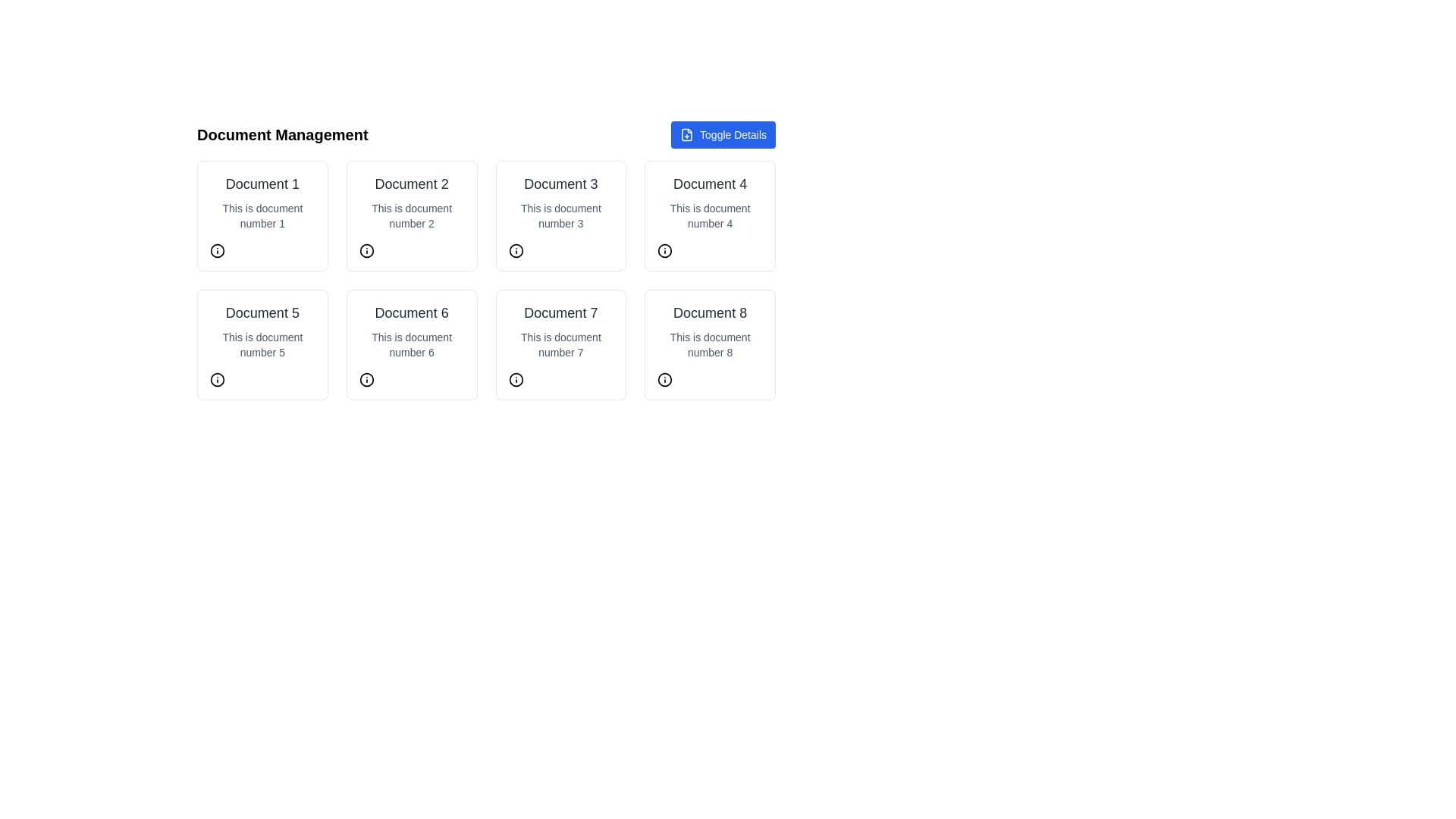 The height and width of the screenshot is (819, 1456). What do you see at coordinates (412, 345) in the screenshot?
I see `the text element reading 'This is document number 6', which is styled in gray and positioned below the title 'Document 6' in the 6th panel of the grid layout` at bounding box center [412, 345].